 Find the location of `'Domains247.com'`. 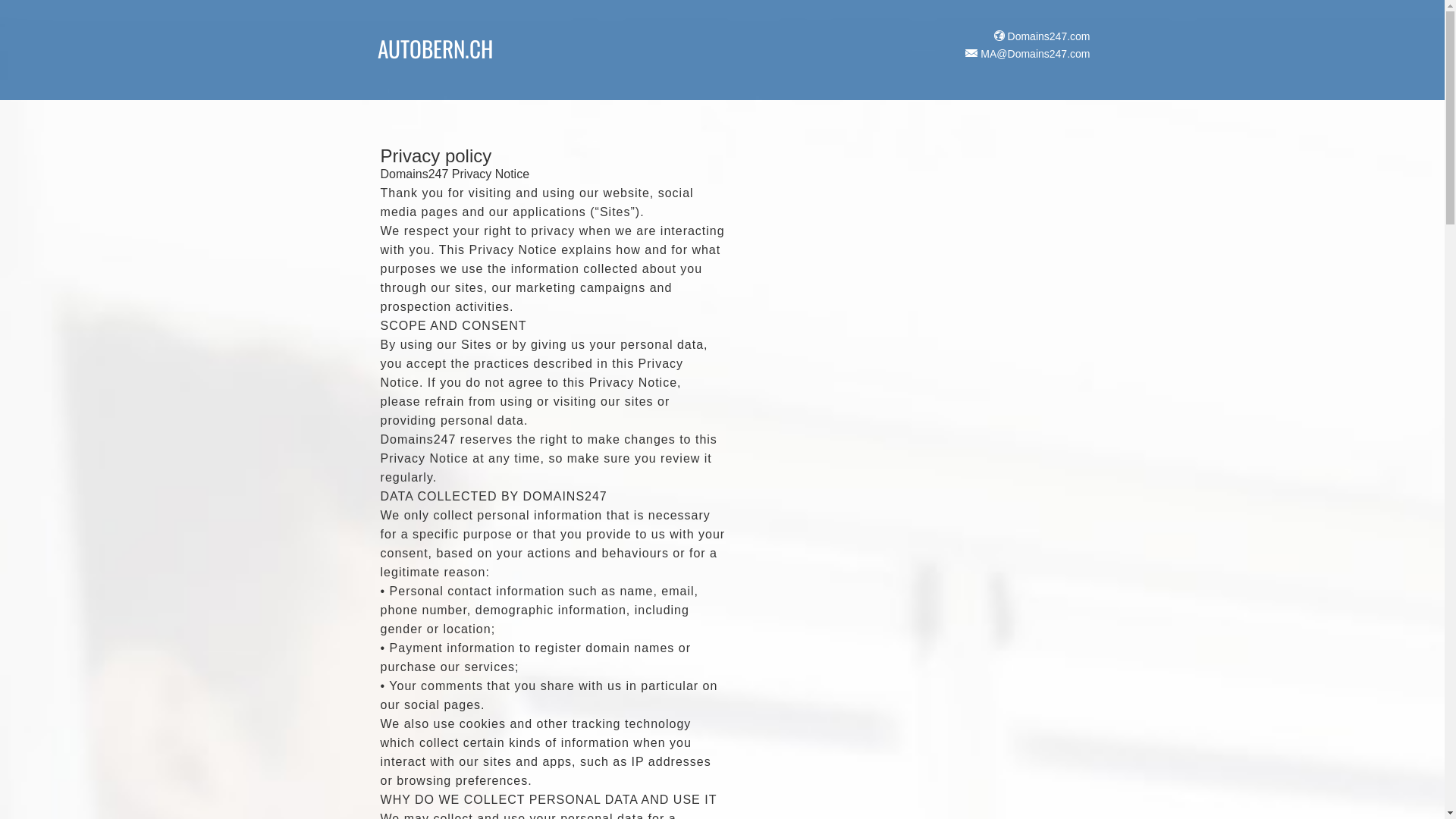

'Domains247.com' is located at coordinates (1040, 35).